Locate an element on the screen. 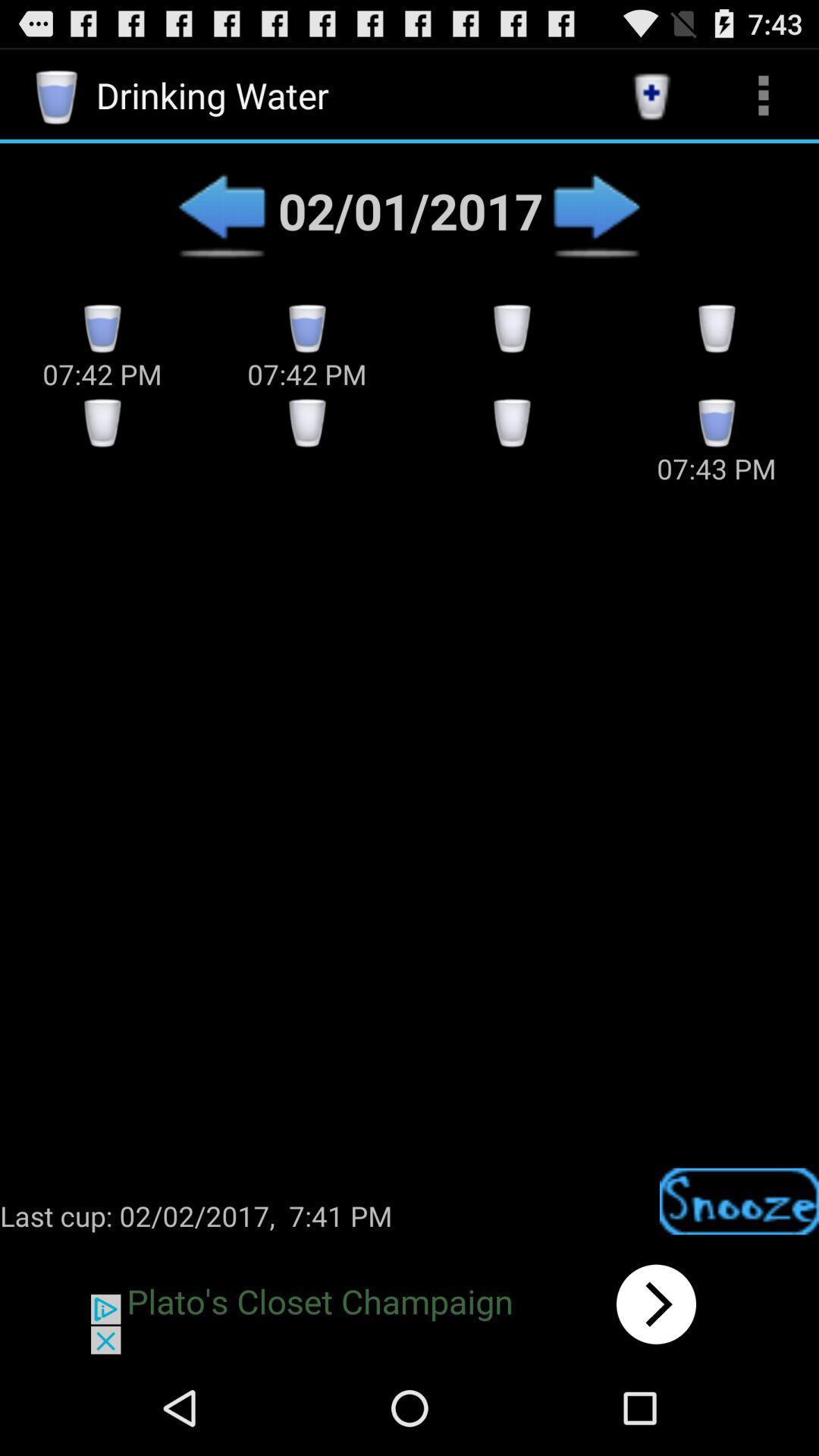  goes to previous day is located at coordinates (221, 210).